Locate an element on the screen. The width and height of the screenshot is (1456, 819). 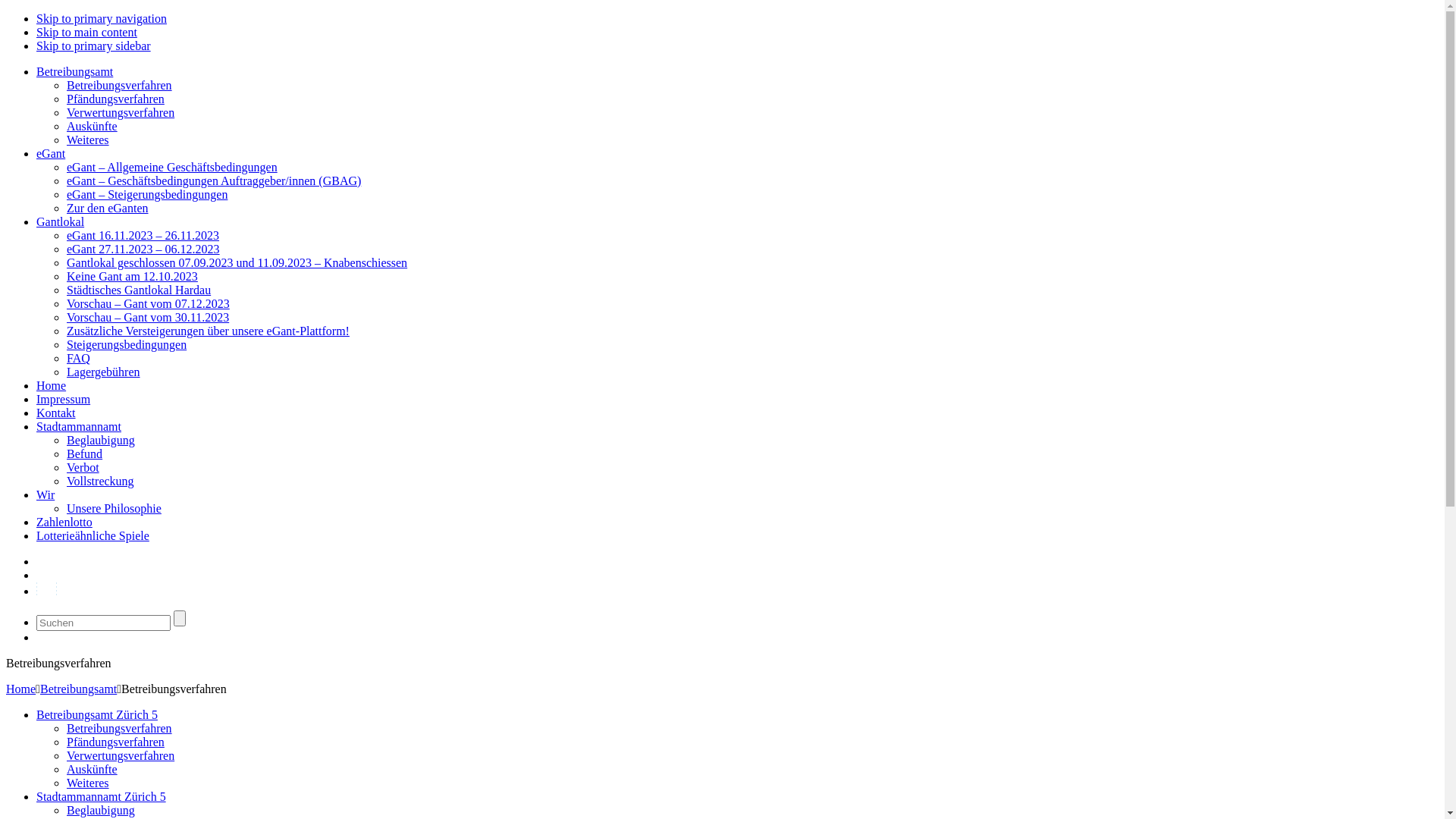
'Stadtammannamt' is located at coordinates (78, 426).